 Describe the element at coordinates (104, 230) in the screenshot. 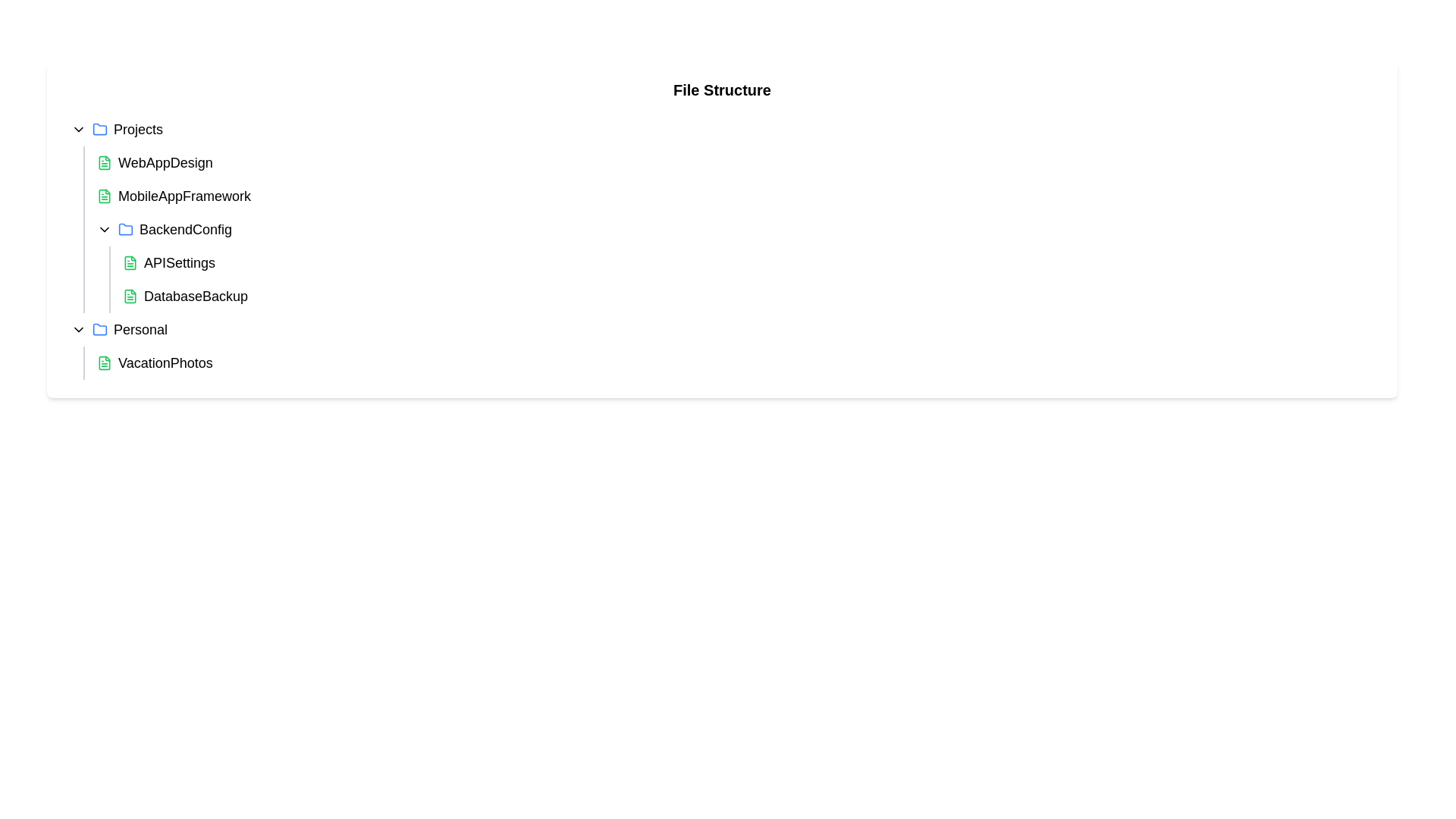

I see `the Chevron-down icon` at that location.